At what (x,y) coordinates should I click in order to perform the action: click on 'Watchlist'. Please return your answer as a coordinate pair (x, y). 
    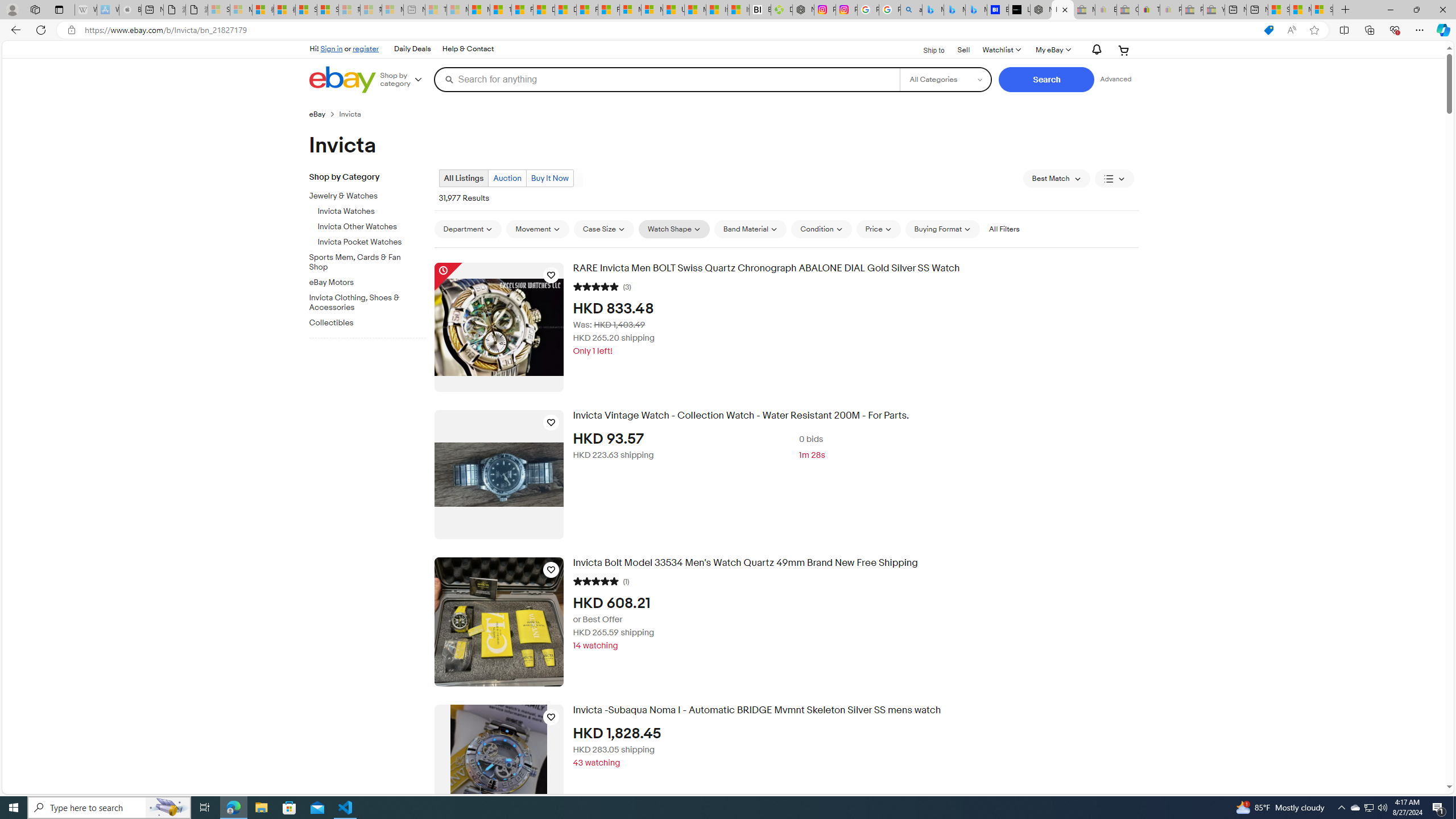
    Looking at the image, I should click on (1001, 49).